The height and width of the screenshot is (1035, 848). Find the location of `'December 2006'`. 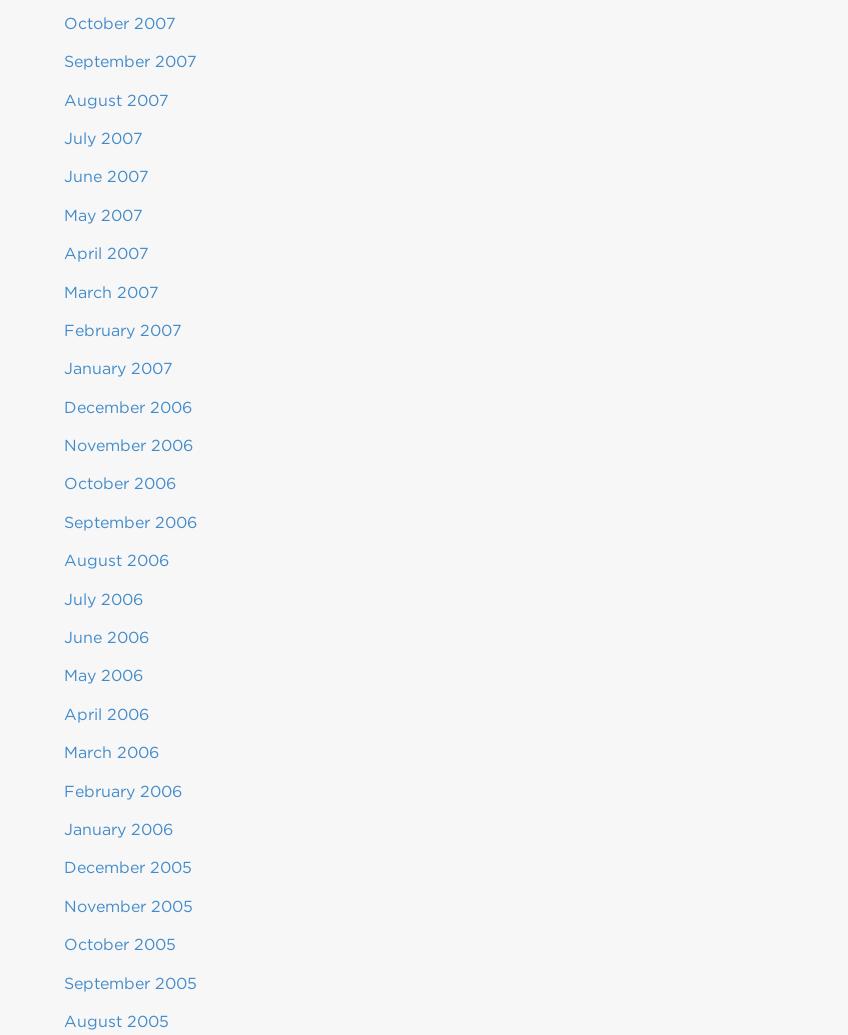

'December 2006' is located at coordinates (126, 406).